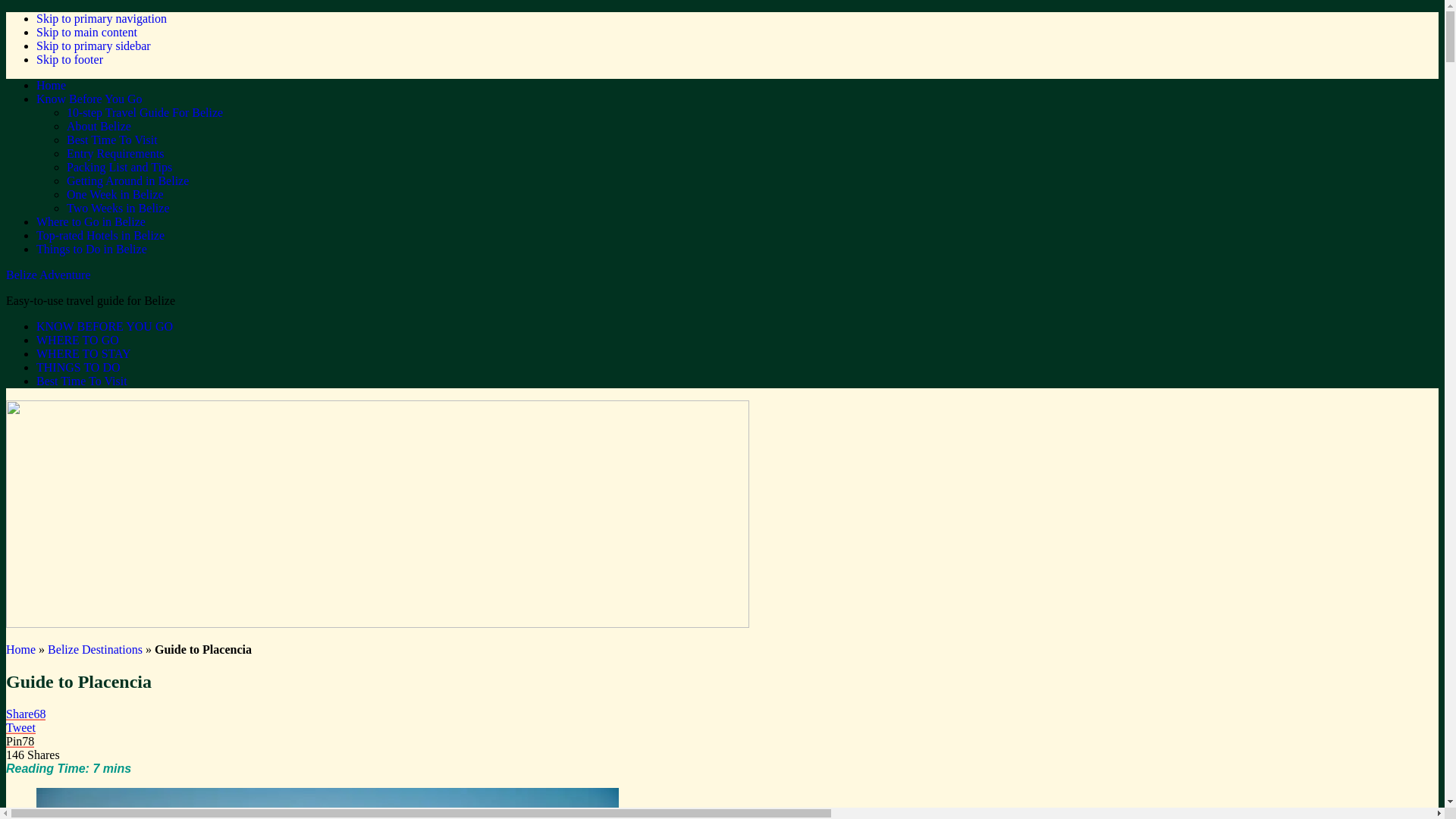 Image resolution: width=1456 pixels, height=819 pixels. I want to click on 'Two Weeks in Belize', so click(117, 208).